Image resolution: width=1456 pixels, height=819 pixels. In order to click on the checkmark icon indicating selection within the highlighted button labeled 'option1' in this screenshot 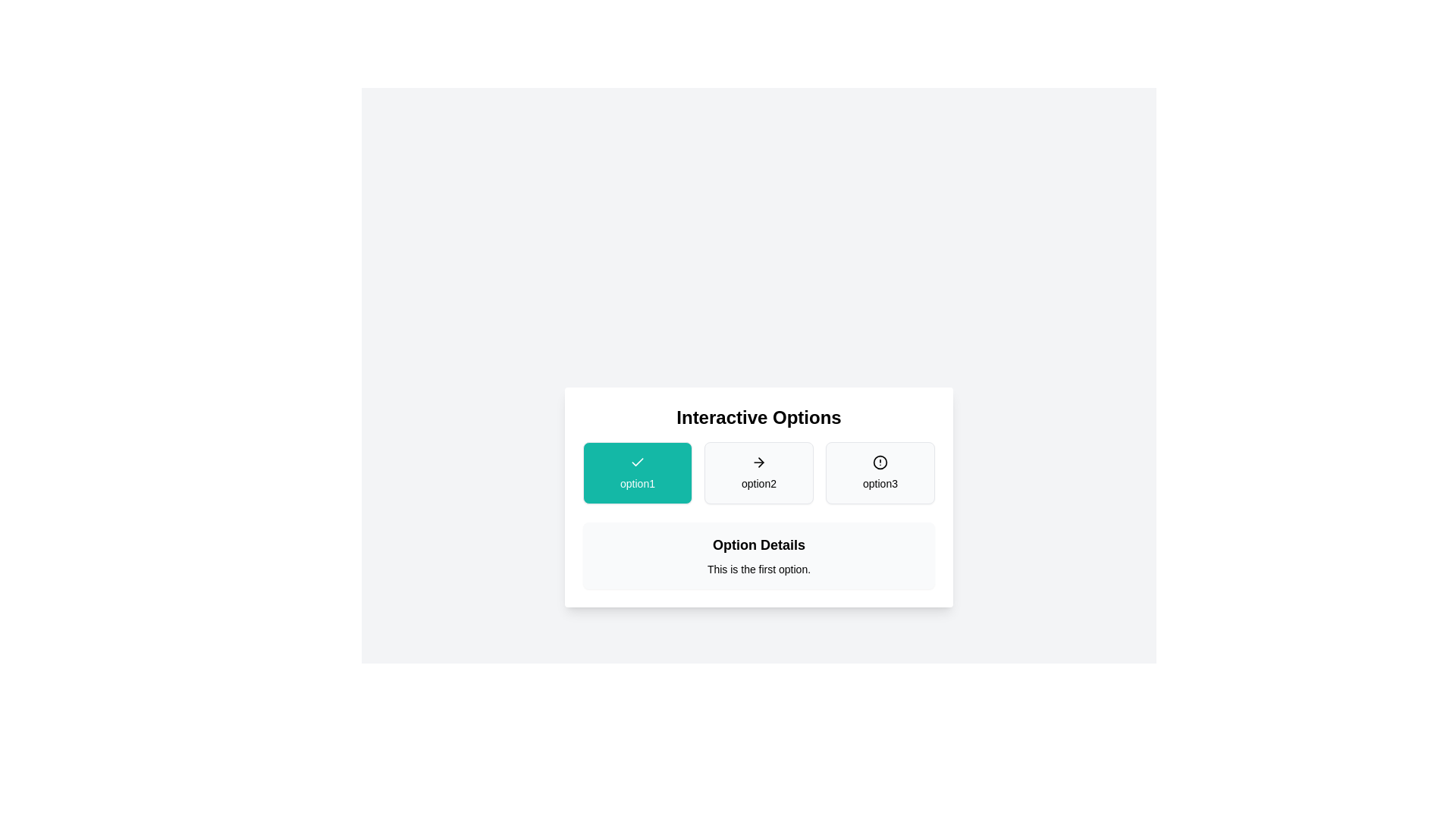, I will do `click(637, 461)`.